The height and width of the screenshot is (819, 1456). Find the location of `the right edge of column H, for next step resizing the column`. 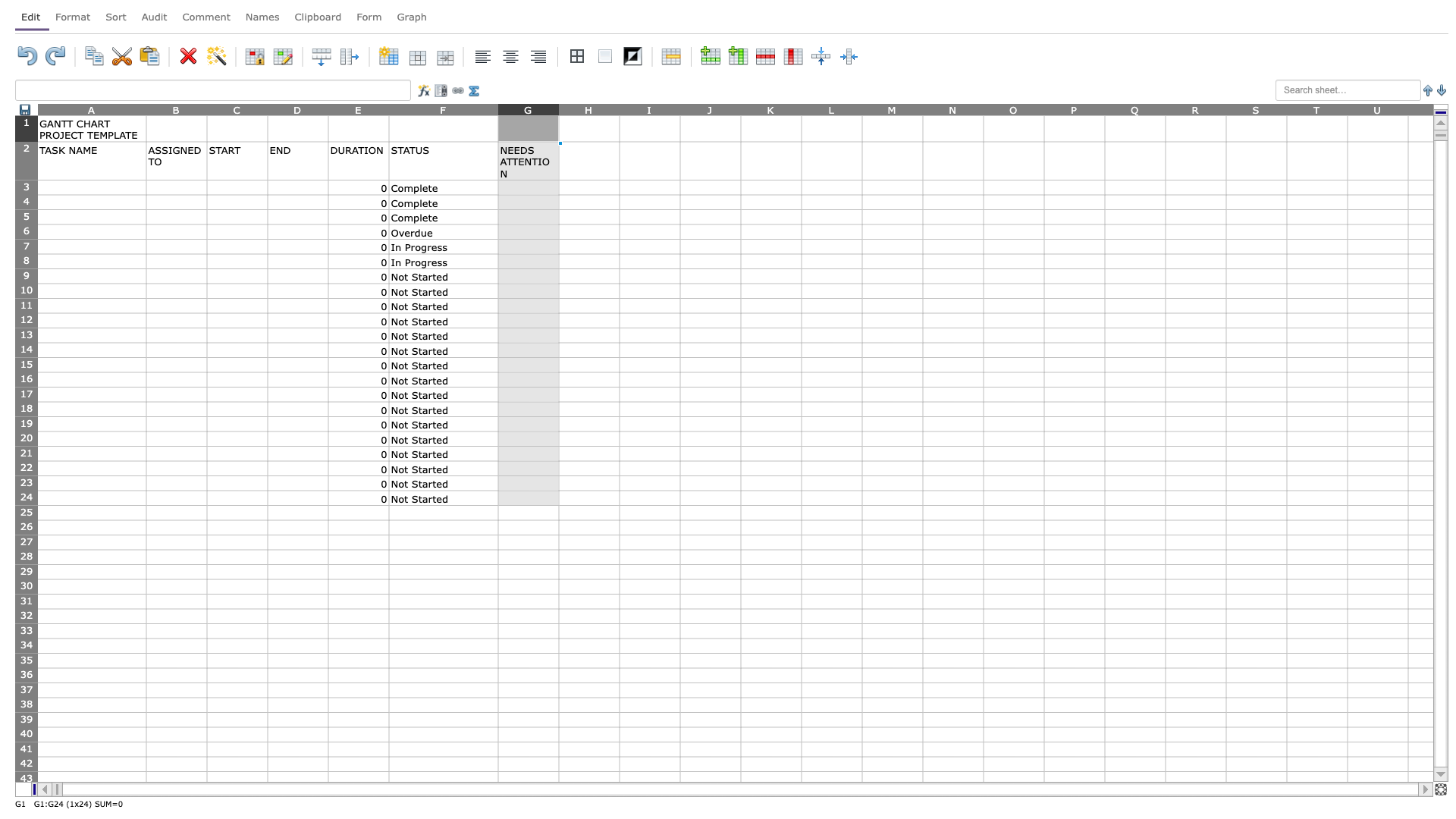

the right edge of column H, for next step resizing the column is located at coordinates (619, 108).